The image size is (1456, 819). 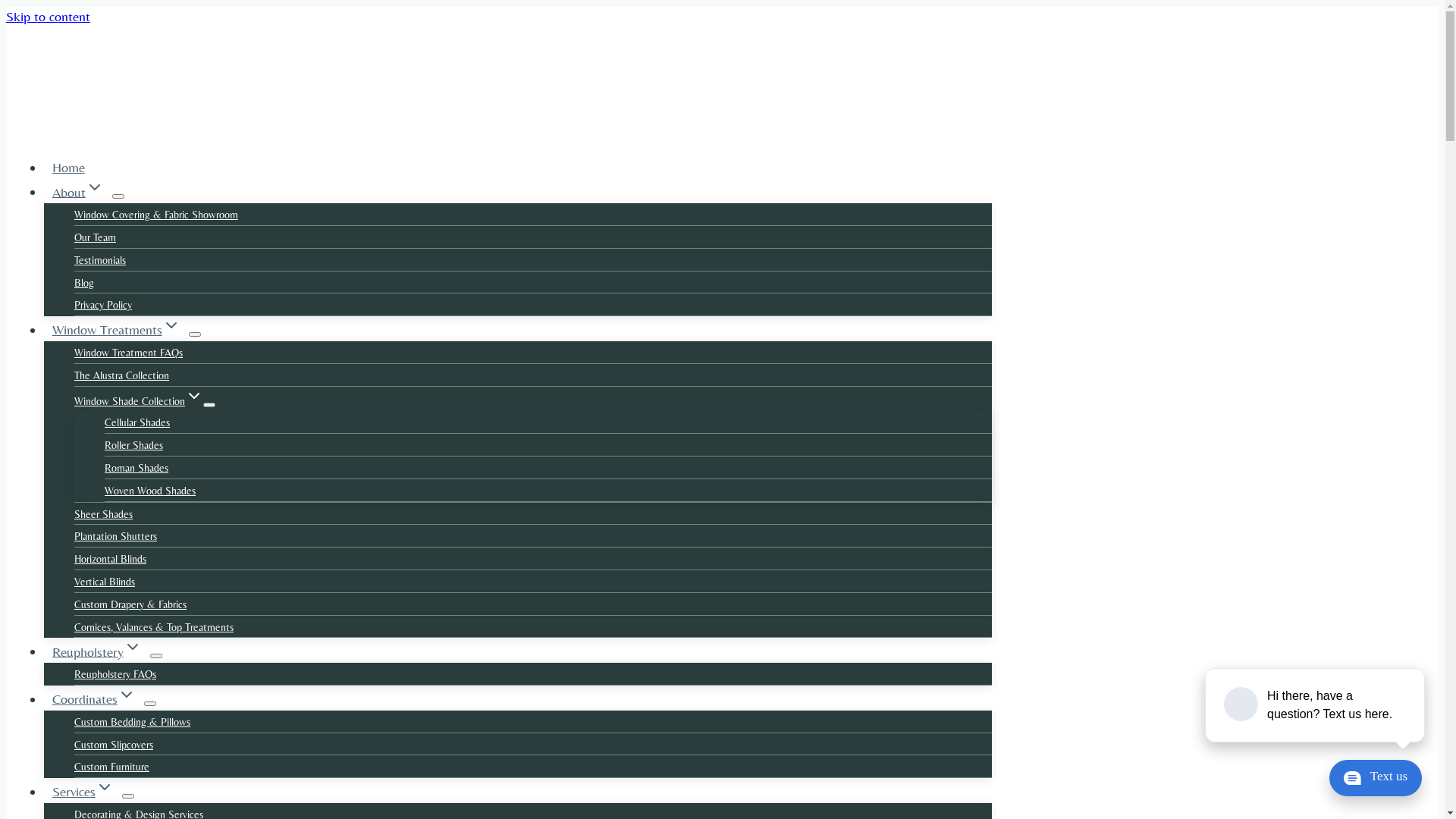 I want to click on 'ReupholsteryExpand', so click(x=96, y=651).